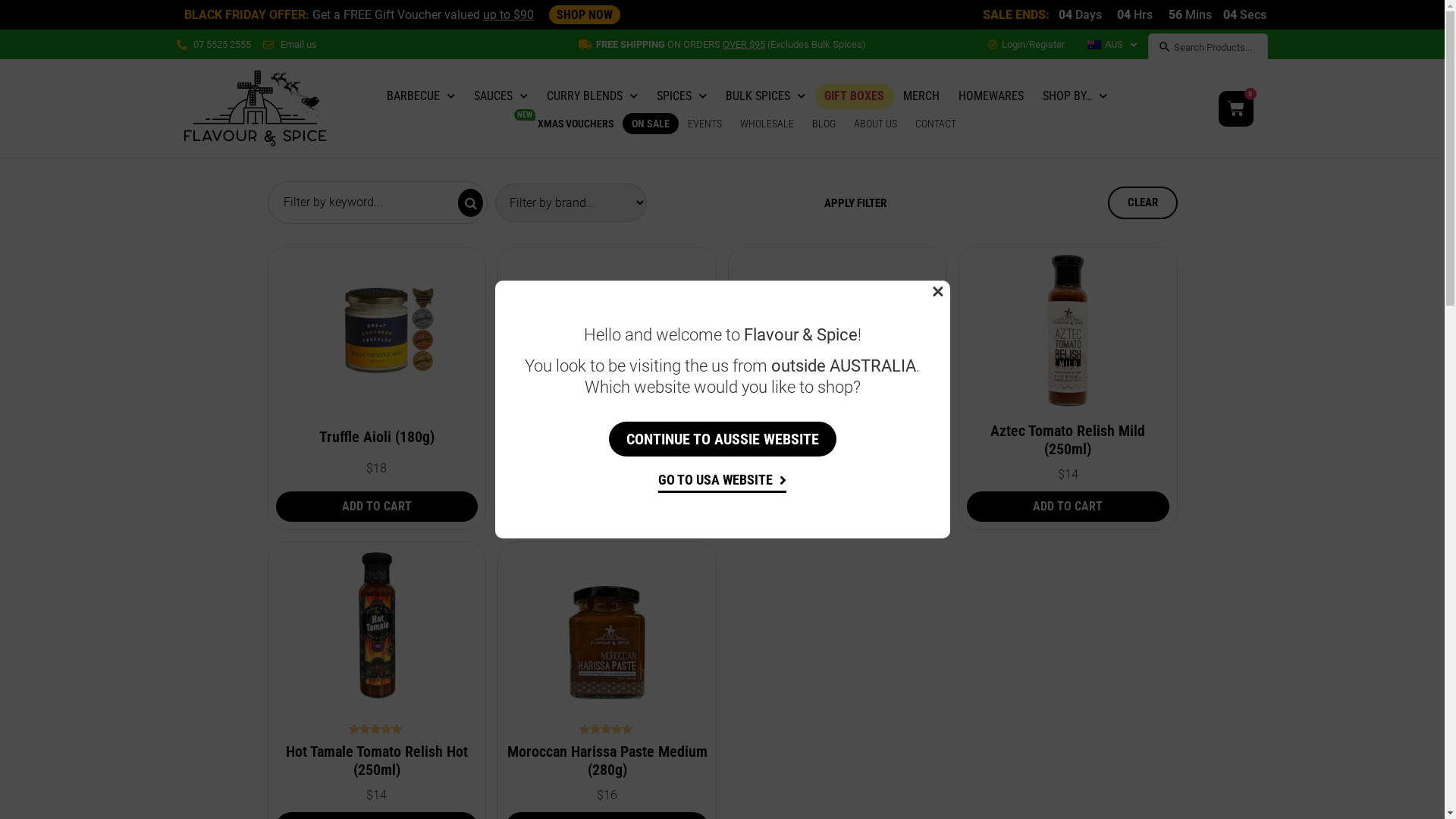 The width and height of the screenshot is (1456, 819). I want to click on 'XMAS VOUCHERS', so click(574, 122).